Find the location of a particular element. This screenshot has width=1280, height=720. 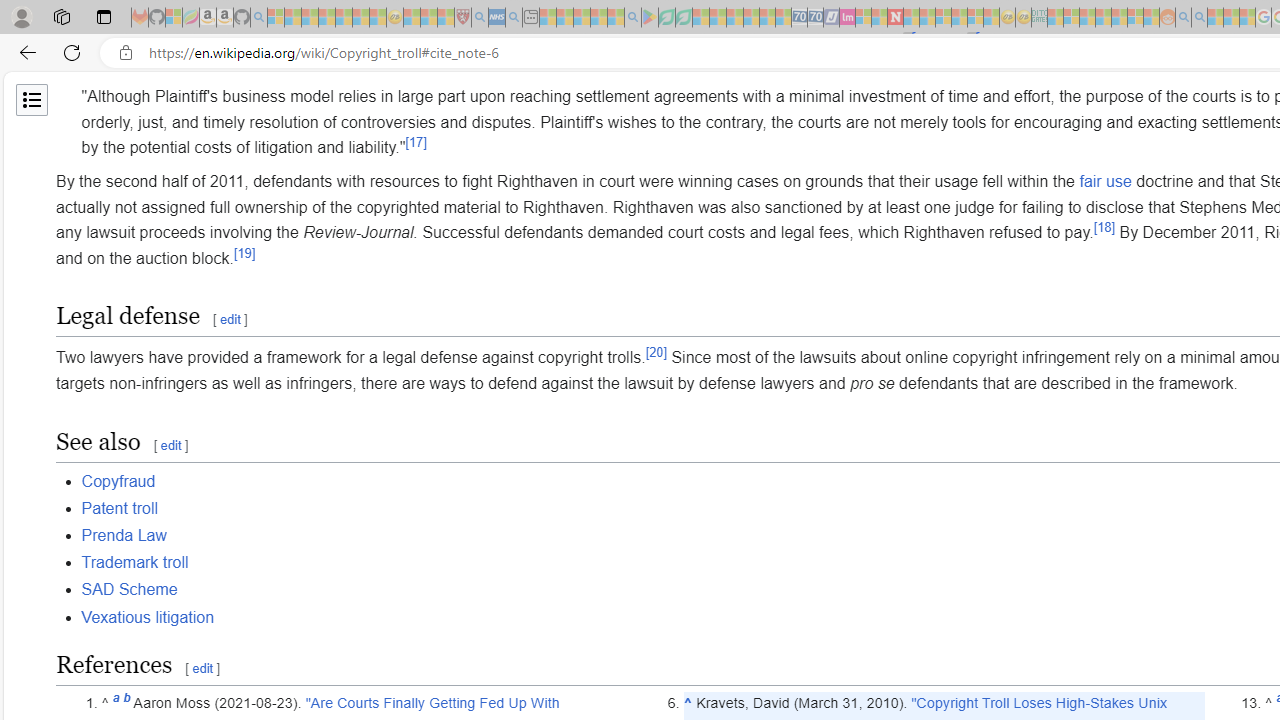

'Patent troll' is located at coordinates (118, 506).